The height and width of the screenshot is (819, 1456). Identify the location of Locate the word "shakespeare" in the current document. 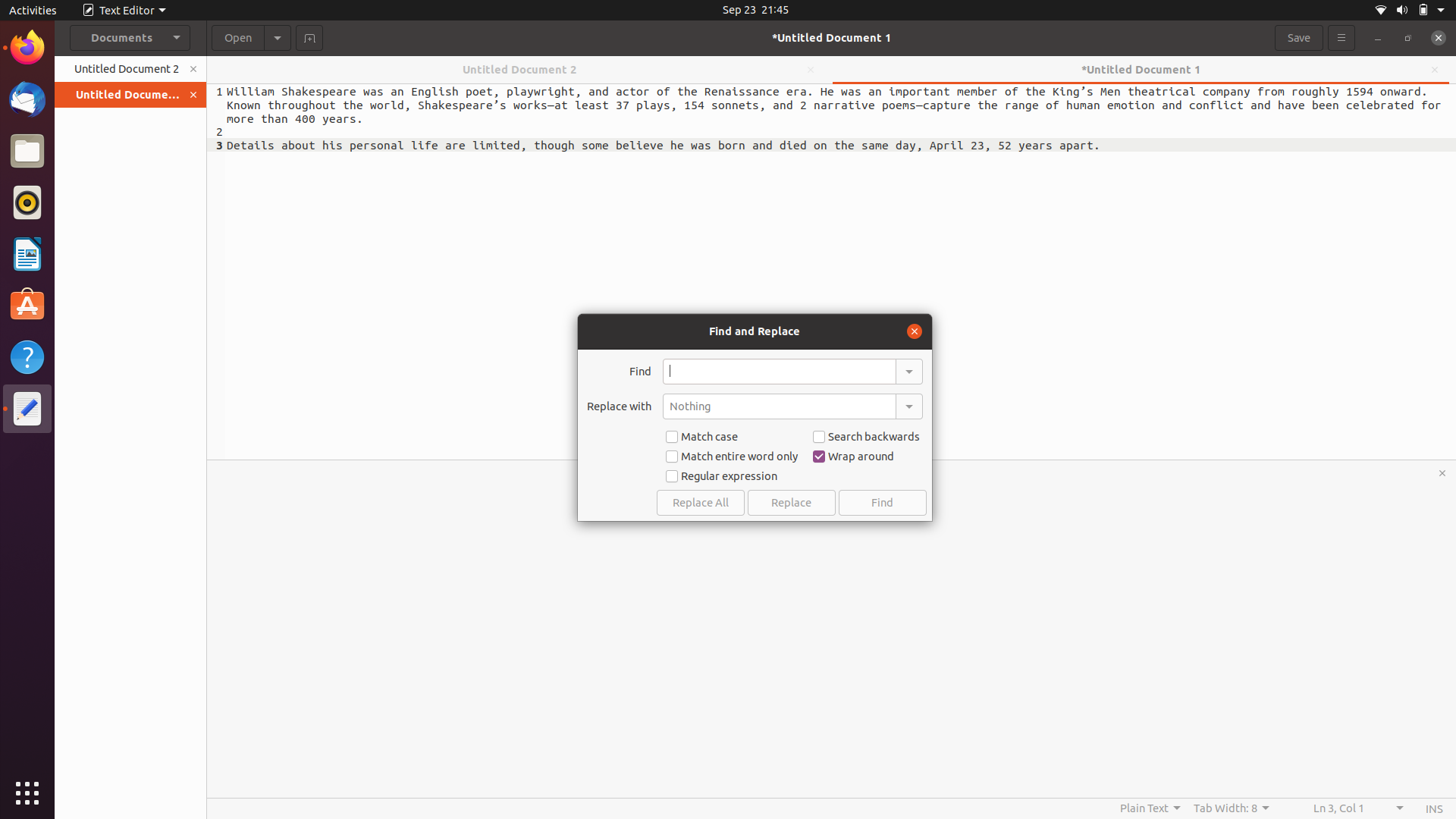
(779, 371).